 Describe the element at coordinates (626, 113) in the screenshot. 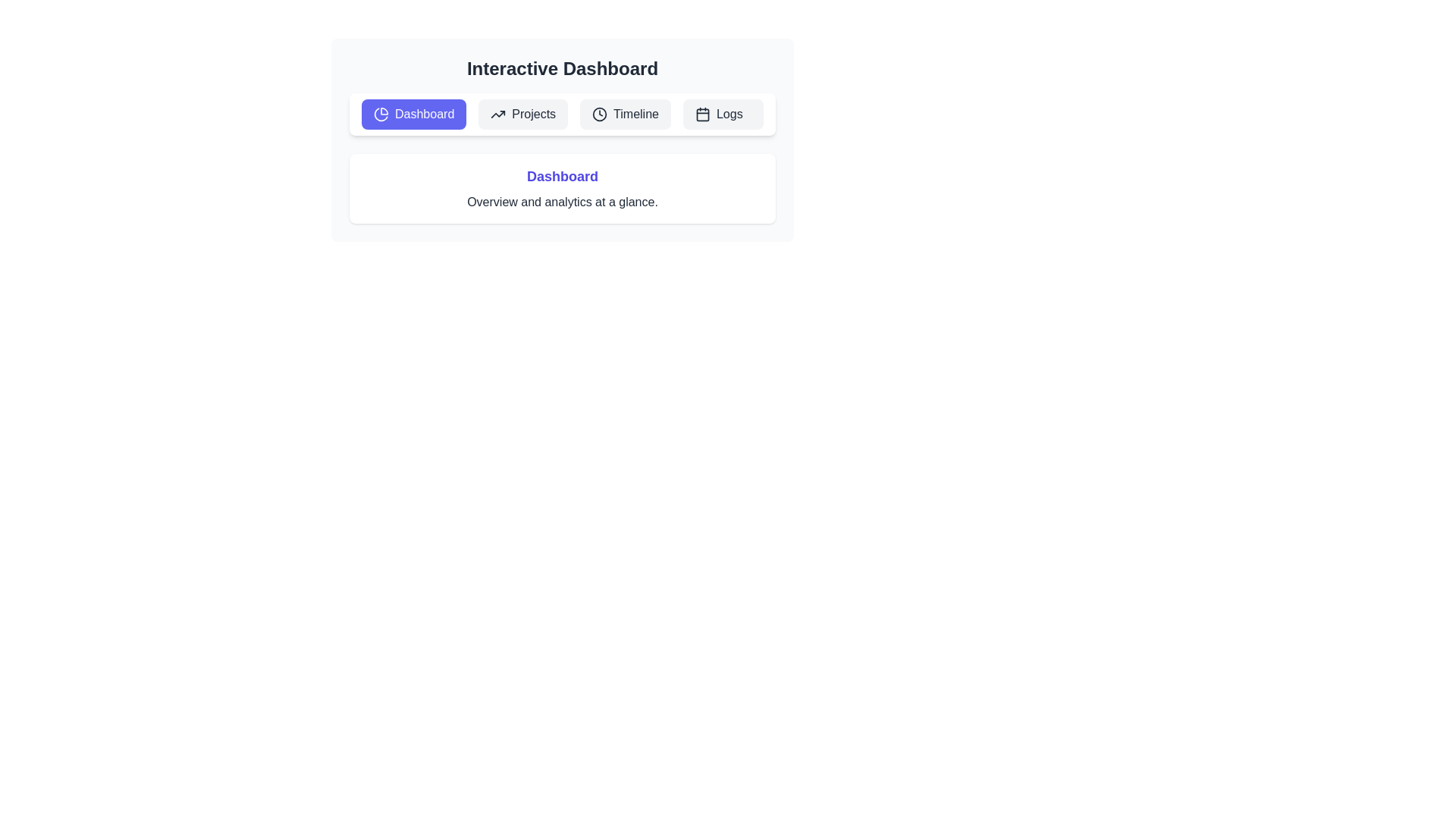

I see `the 'Timeline' navigation button, which is the third button from the left in a group of four, to observe visual feedback` at that location.